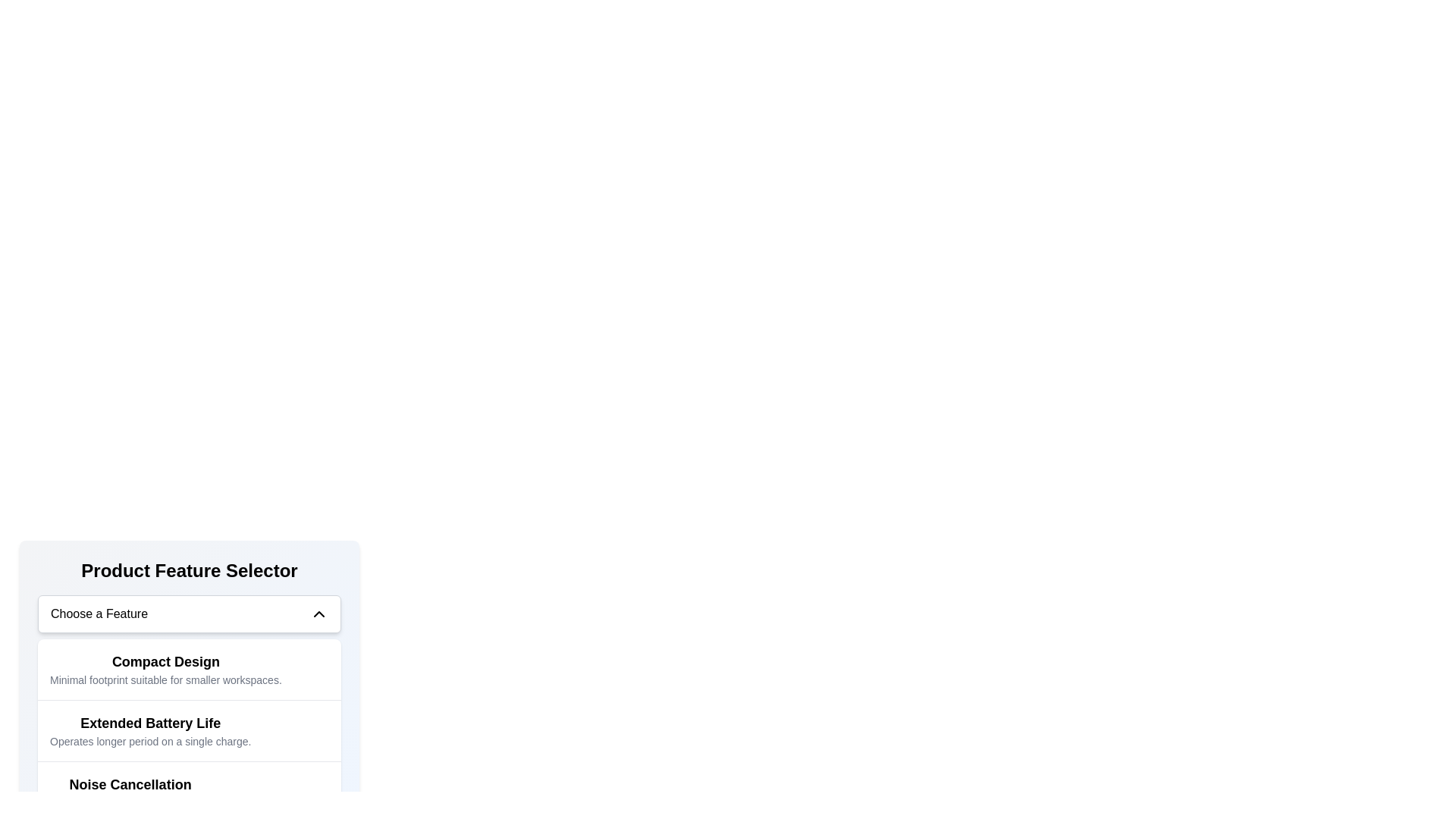 Image resolution: width=1456 pixels, height=819 pixels. Describe the element at coordinates (150, 730) in the screenshot. I see `text content of the description card highlighting the 'Extended Battery Life' feature, located within the second card under the 'Product Feature Selector' section` at that location.